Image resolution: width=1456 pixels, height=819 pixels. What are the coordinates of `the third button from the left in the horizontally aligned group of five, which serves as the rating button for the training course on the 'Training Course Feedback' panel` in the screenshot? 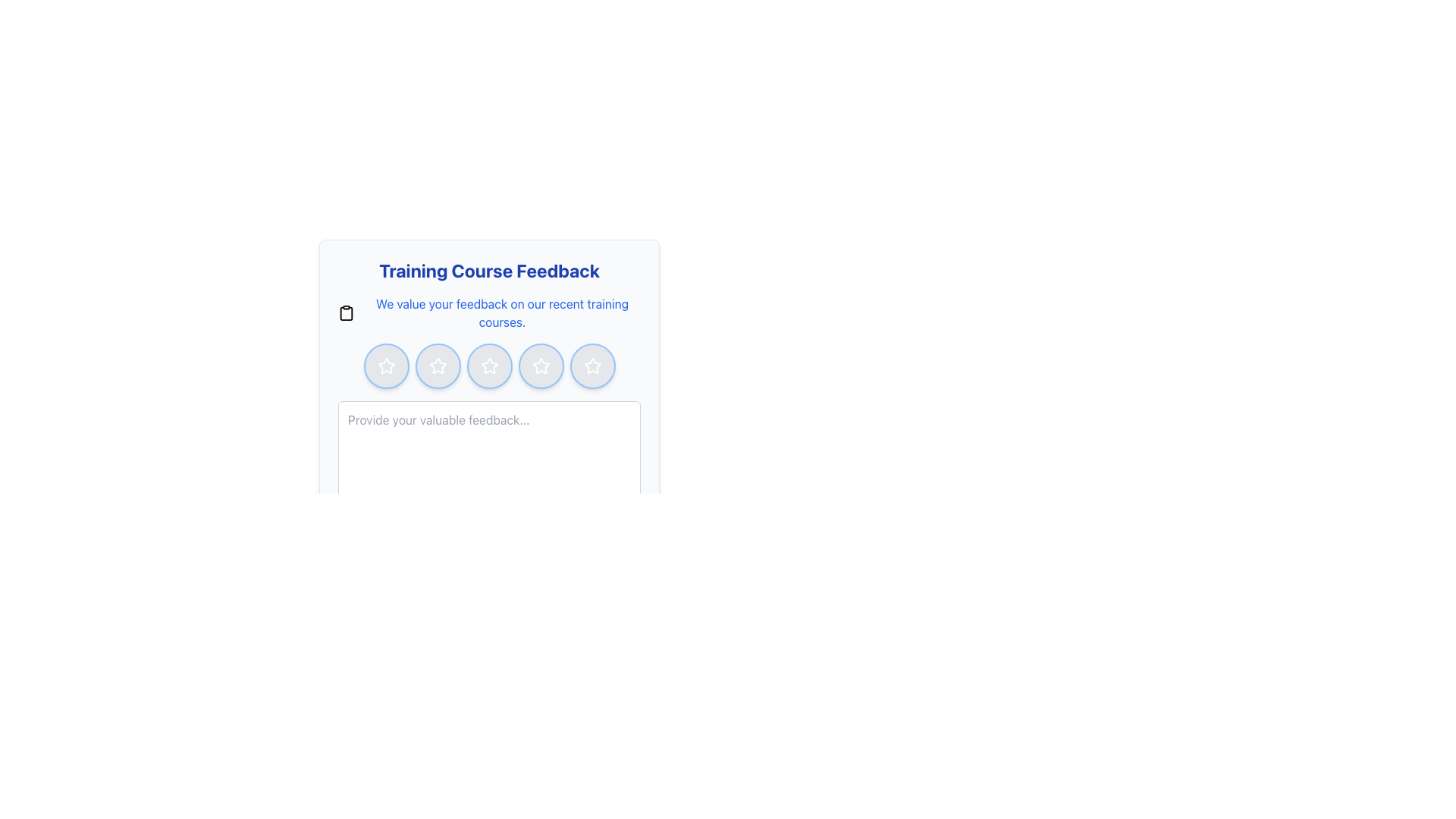 It's located at (489, 366).